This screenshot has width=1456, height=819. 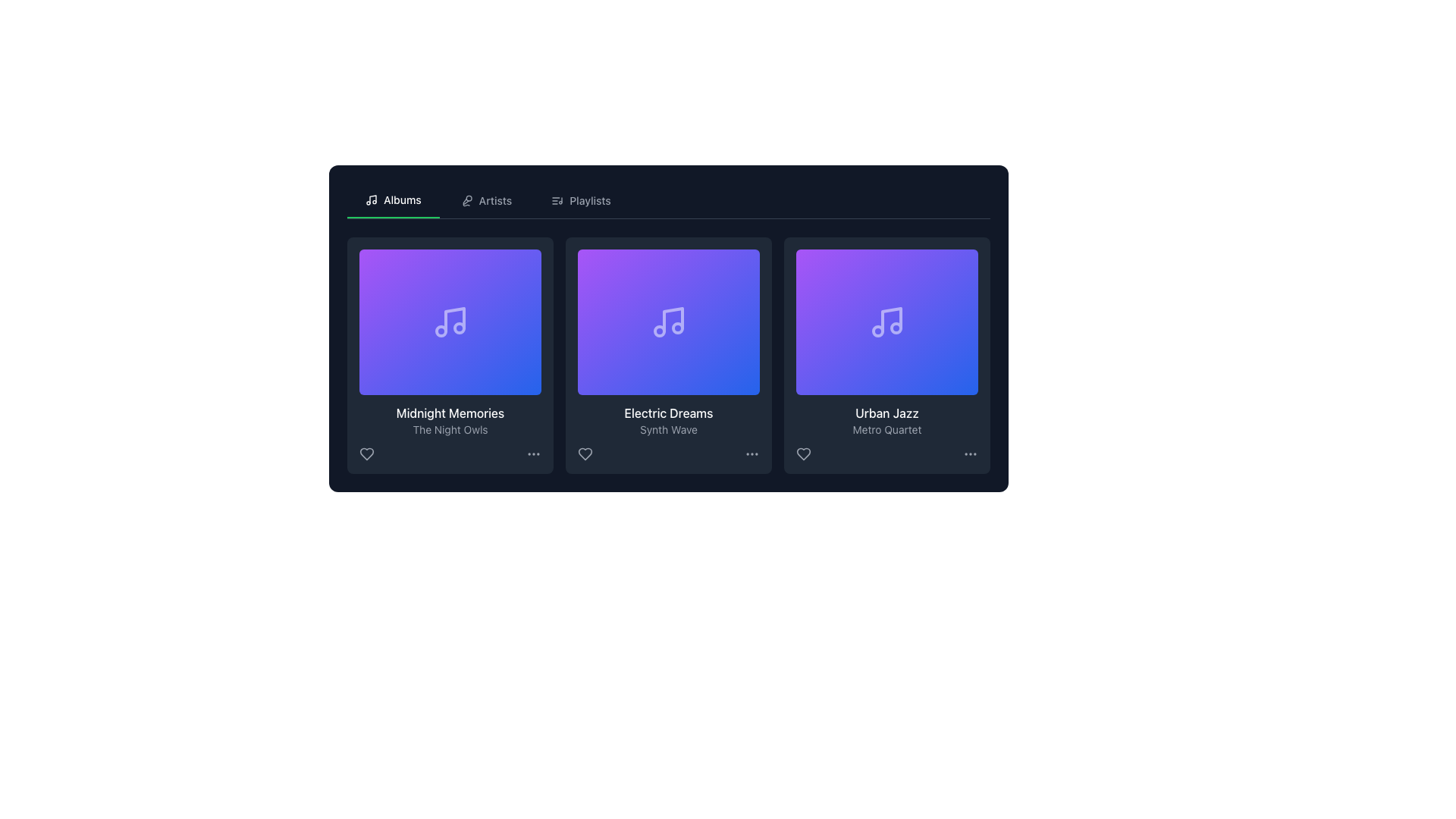 What do you see at coordinates (520, 374) in the screenshot?
I see `triangular play button icon, which is styled in white and located within a green circular button at the bottom-right corner of the 'Midnight Memories' card` at bounding box center [520, 374].